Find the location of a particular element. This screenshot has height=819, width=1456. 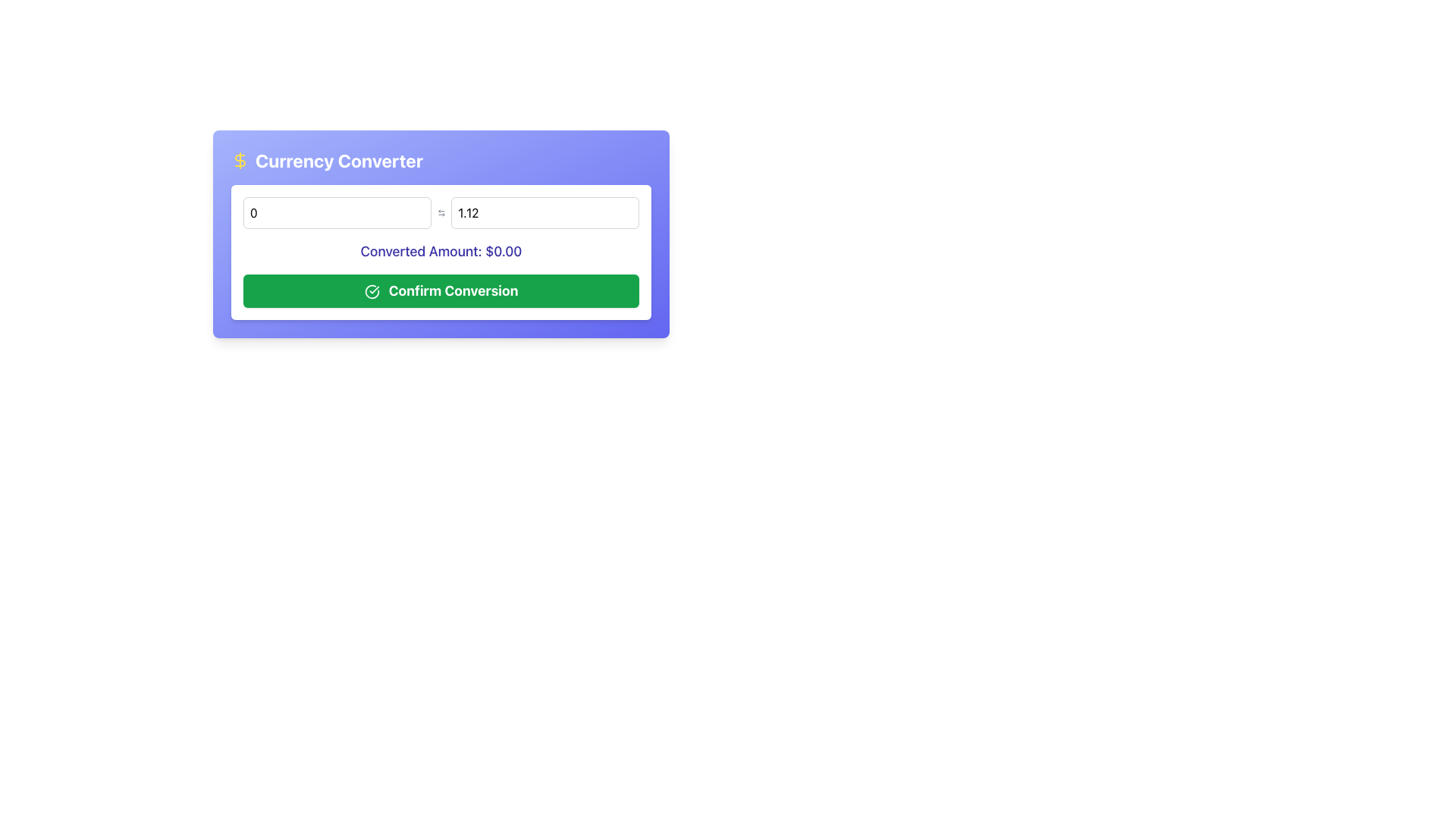

the swap icon located between two input fields is located at coordinates (440, 213).